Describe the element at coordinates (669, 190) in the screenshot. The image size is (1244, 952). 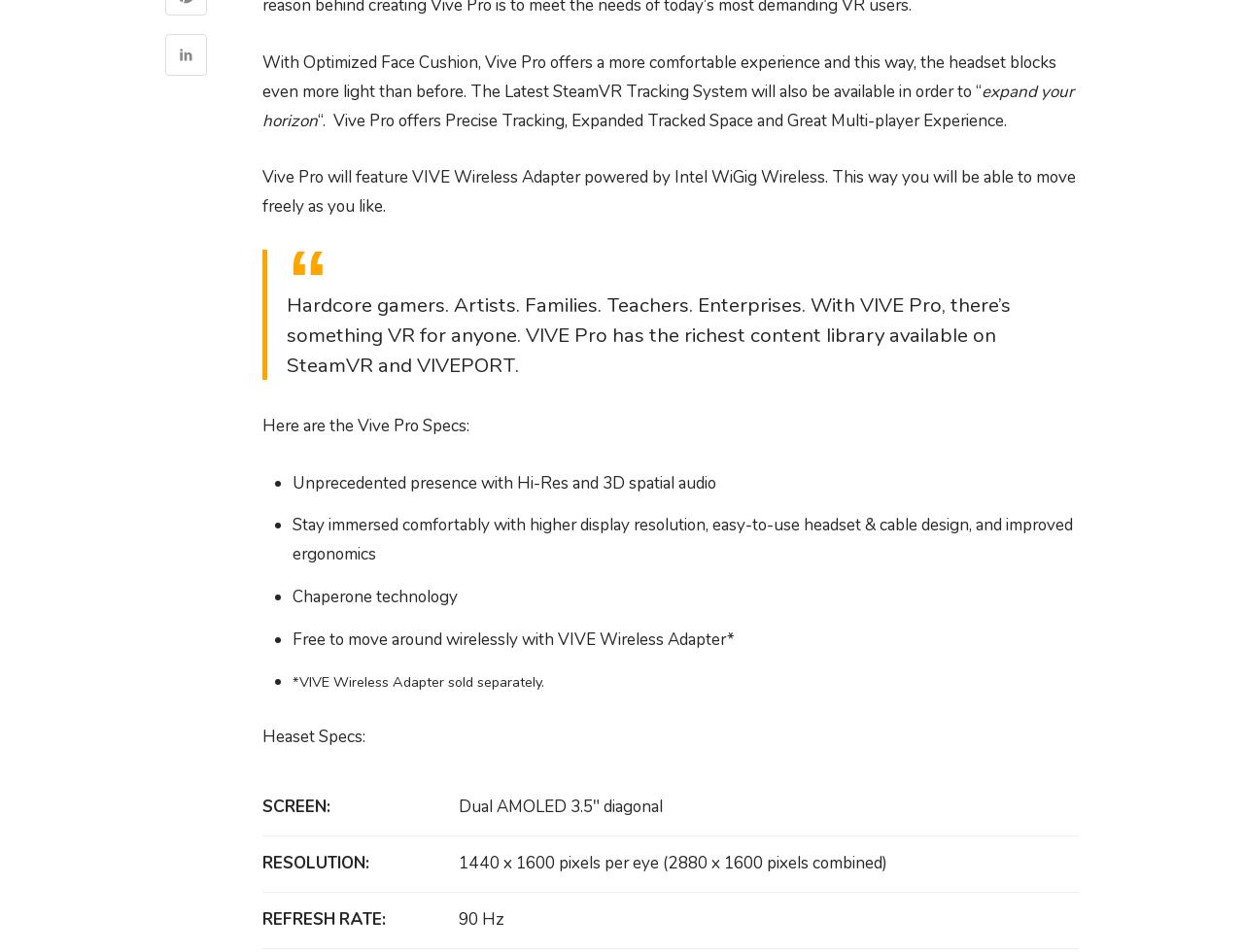
I see `'Vive Pro will feature VIVE Wireless Adapter powered by Intel WiGig Wireless. This way you will be able to move freely as you like.'` at that location.